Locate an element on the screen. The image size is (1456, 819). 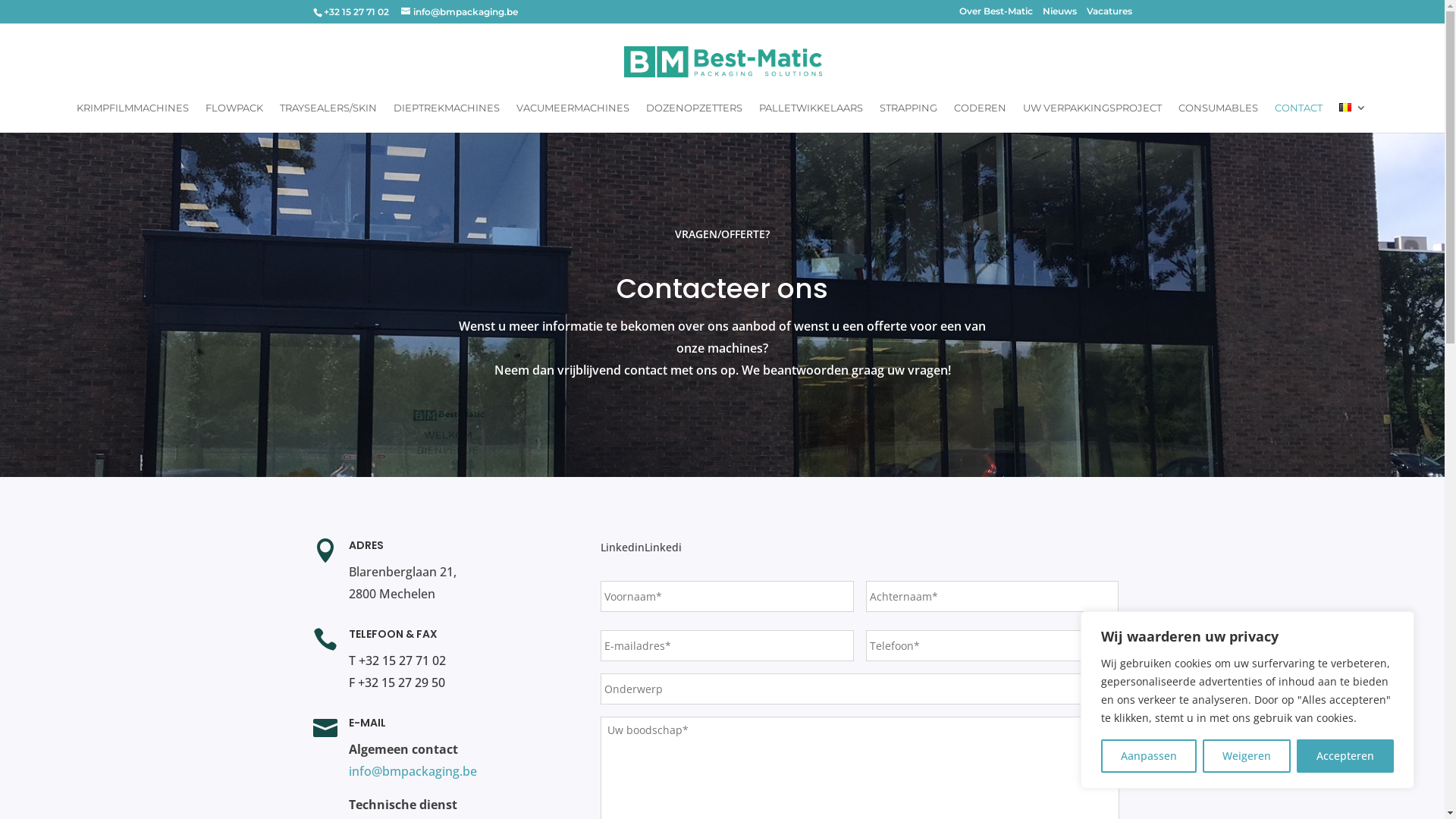
'Nieuws' is located at coordinates (1058, 14).